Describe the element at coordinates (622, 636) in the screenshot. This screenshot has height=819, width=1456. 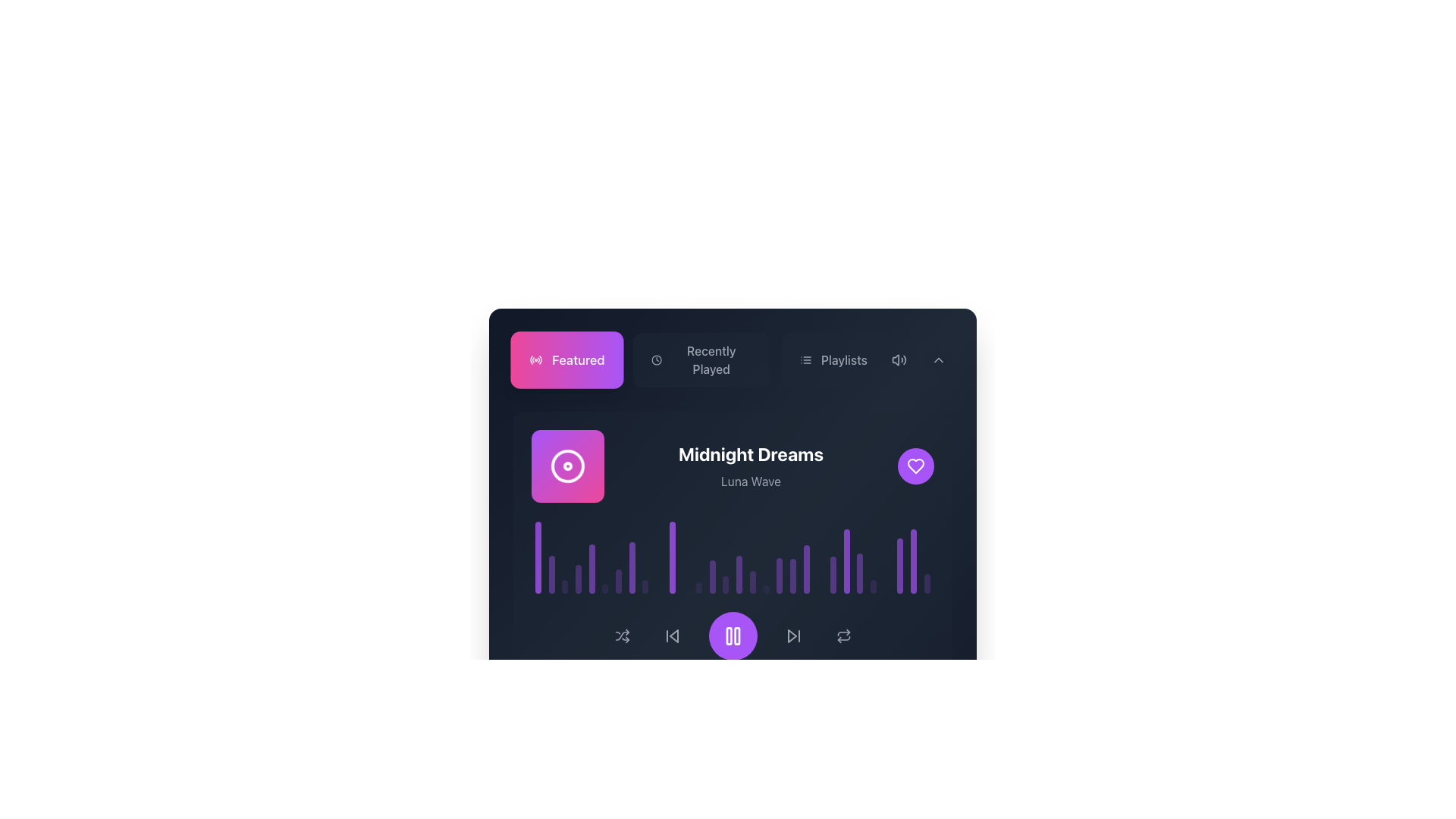
I see `the shuffle button located at the bottom center of the interface` at that location.